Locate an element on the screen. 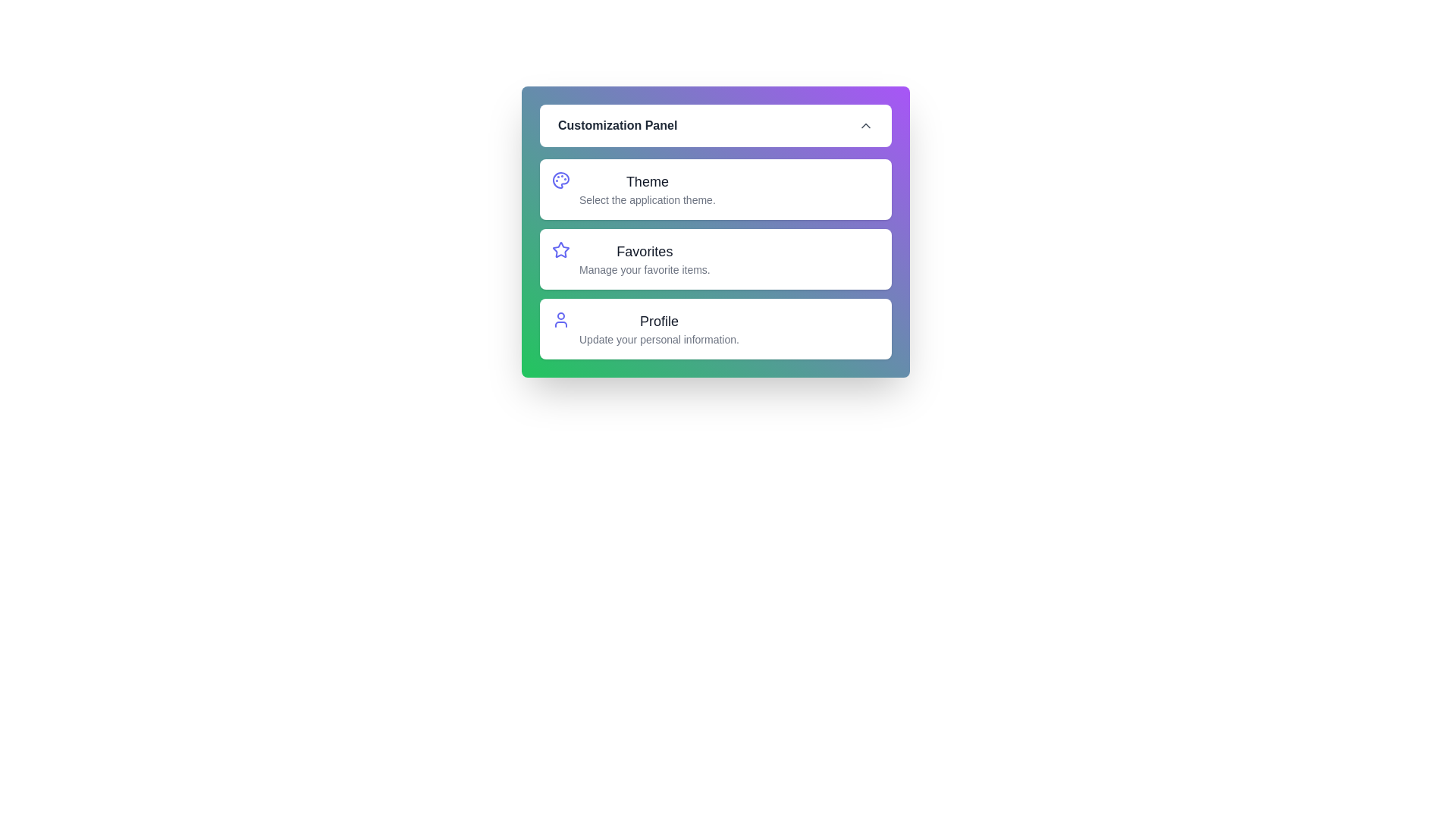 This screenshot has width=1456, height=819. the 'Profile' option to update personal information is located at coordinates (715, 328).